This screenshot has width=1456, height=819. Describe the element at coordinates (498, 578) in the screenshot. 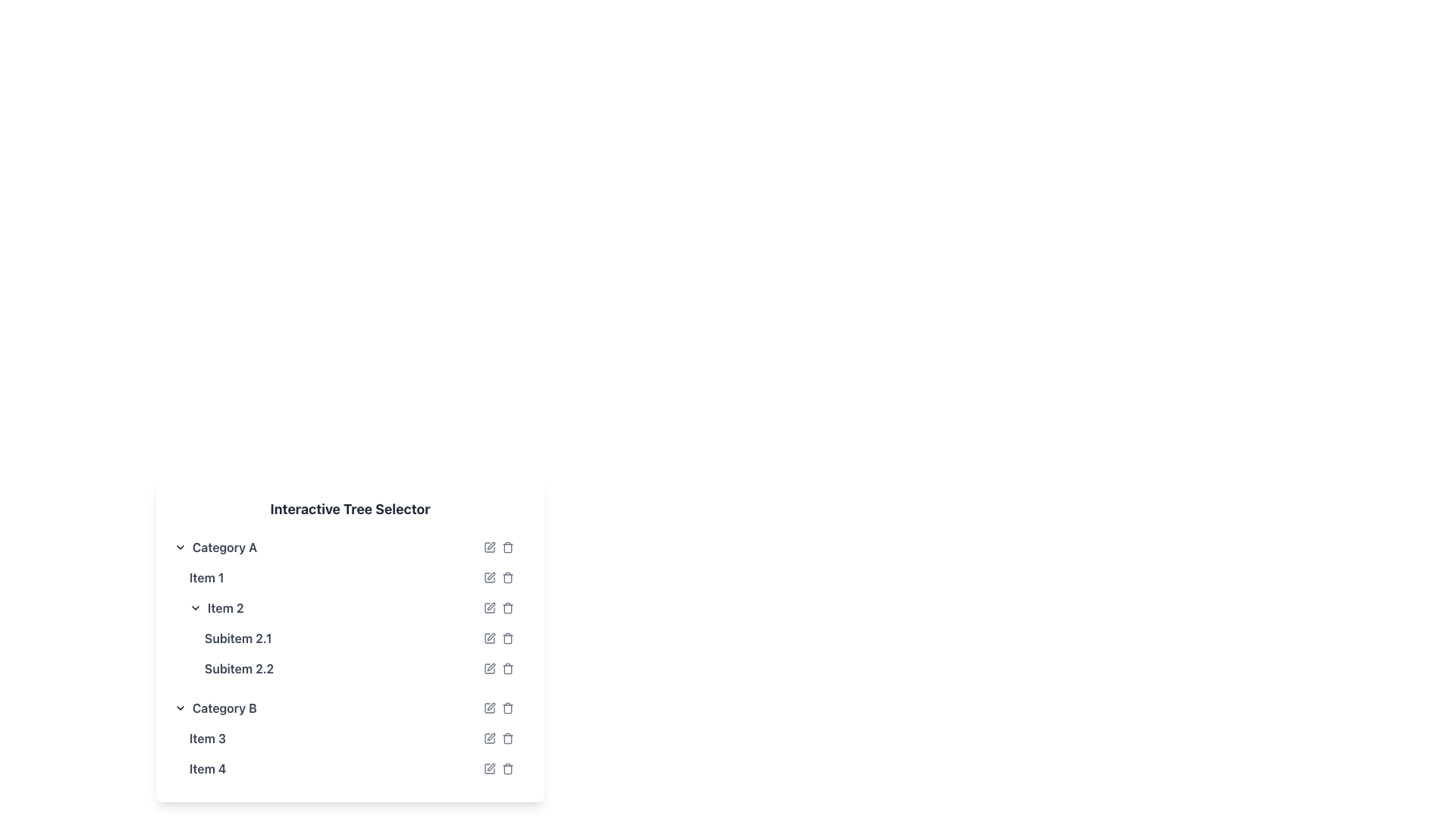

I see `the delete icon in the icon group located to the right of the text label 'Item 1'` at that location.